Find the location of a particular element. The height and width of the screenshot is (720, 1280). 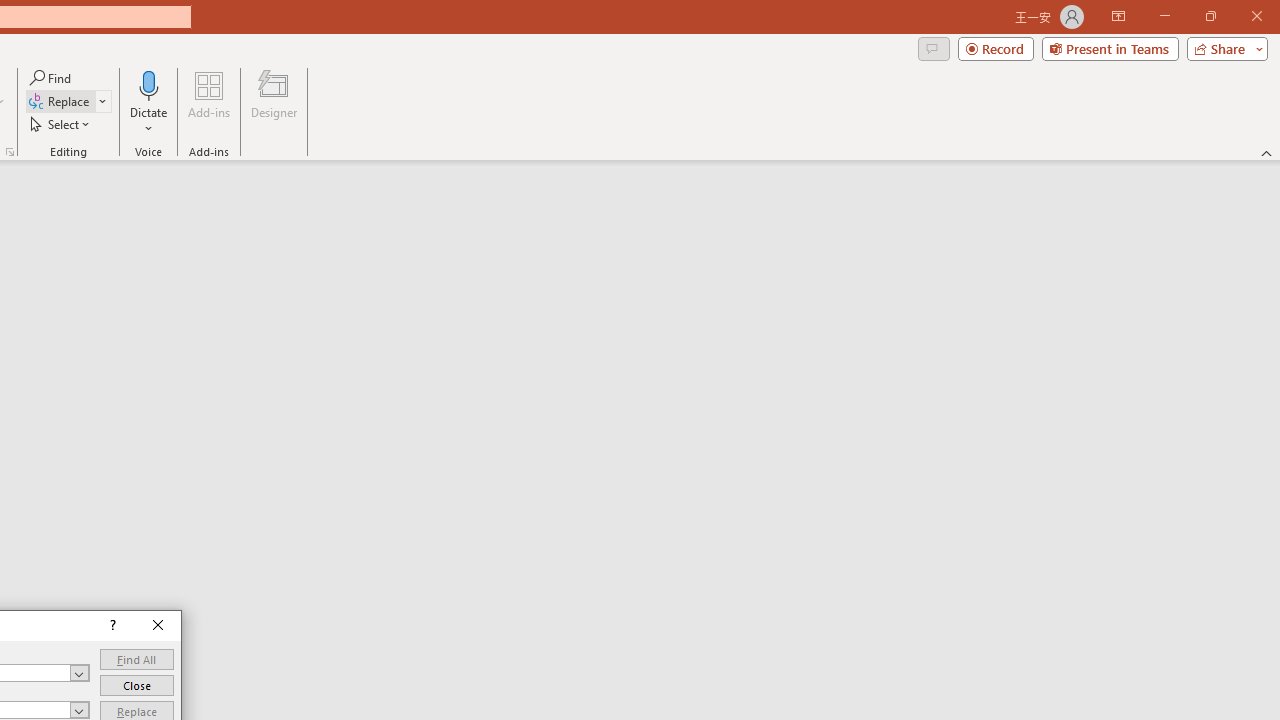

'Find...' is located at coordinates (51, 77).